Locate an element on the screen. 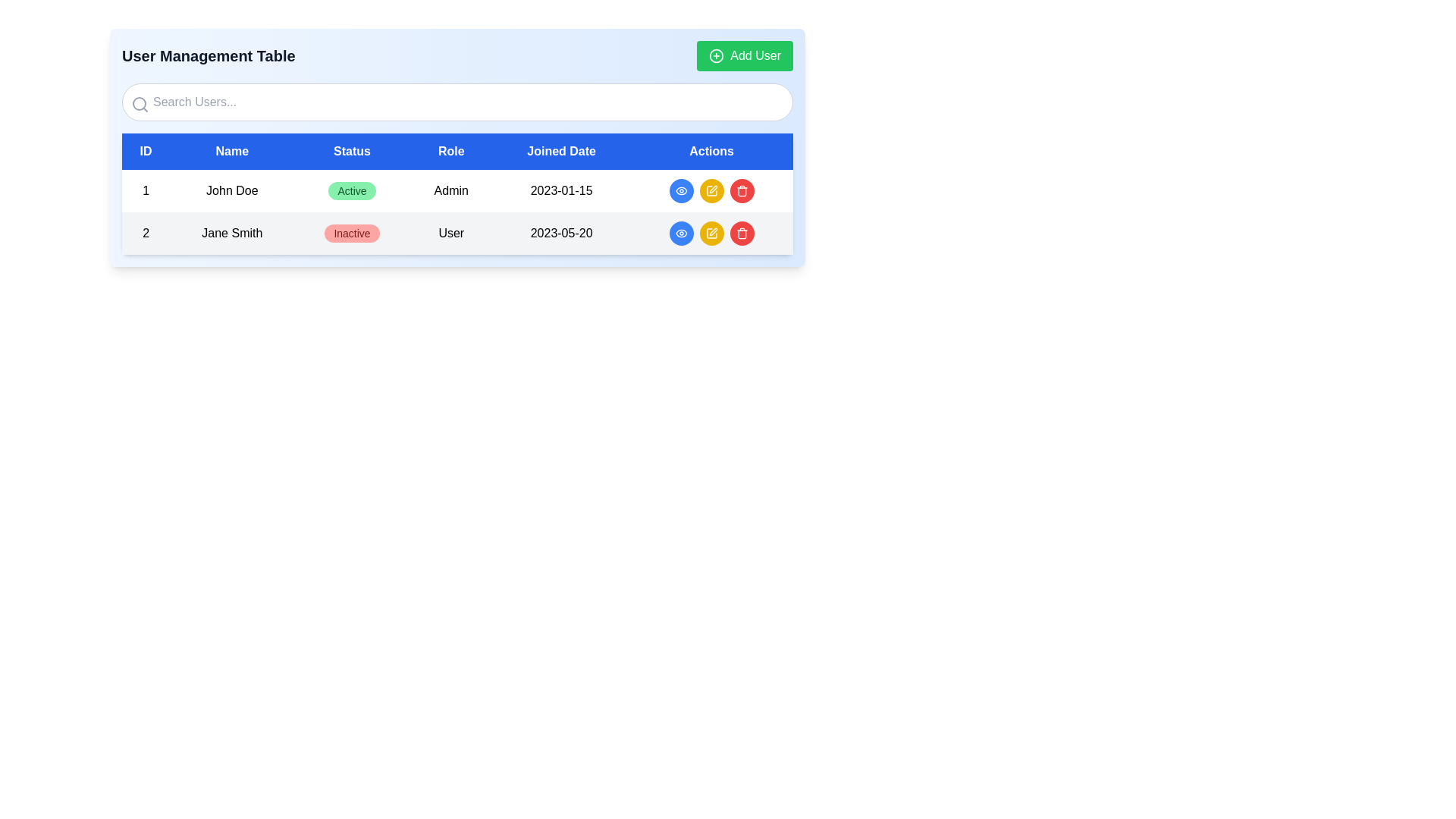 The width and height of the screenshot is (1456, 819). the 'Add' icon represented by a Vector-based icon of type 'Add' or 'Circle-Plus' located to the left of the 'Add User' text within the green rectangular button at the top-right corner of the interface is located at coordinates (716, 55).